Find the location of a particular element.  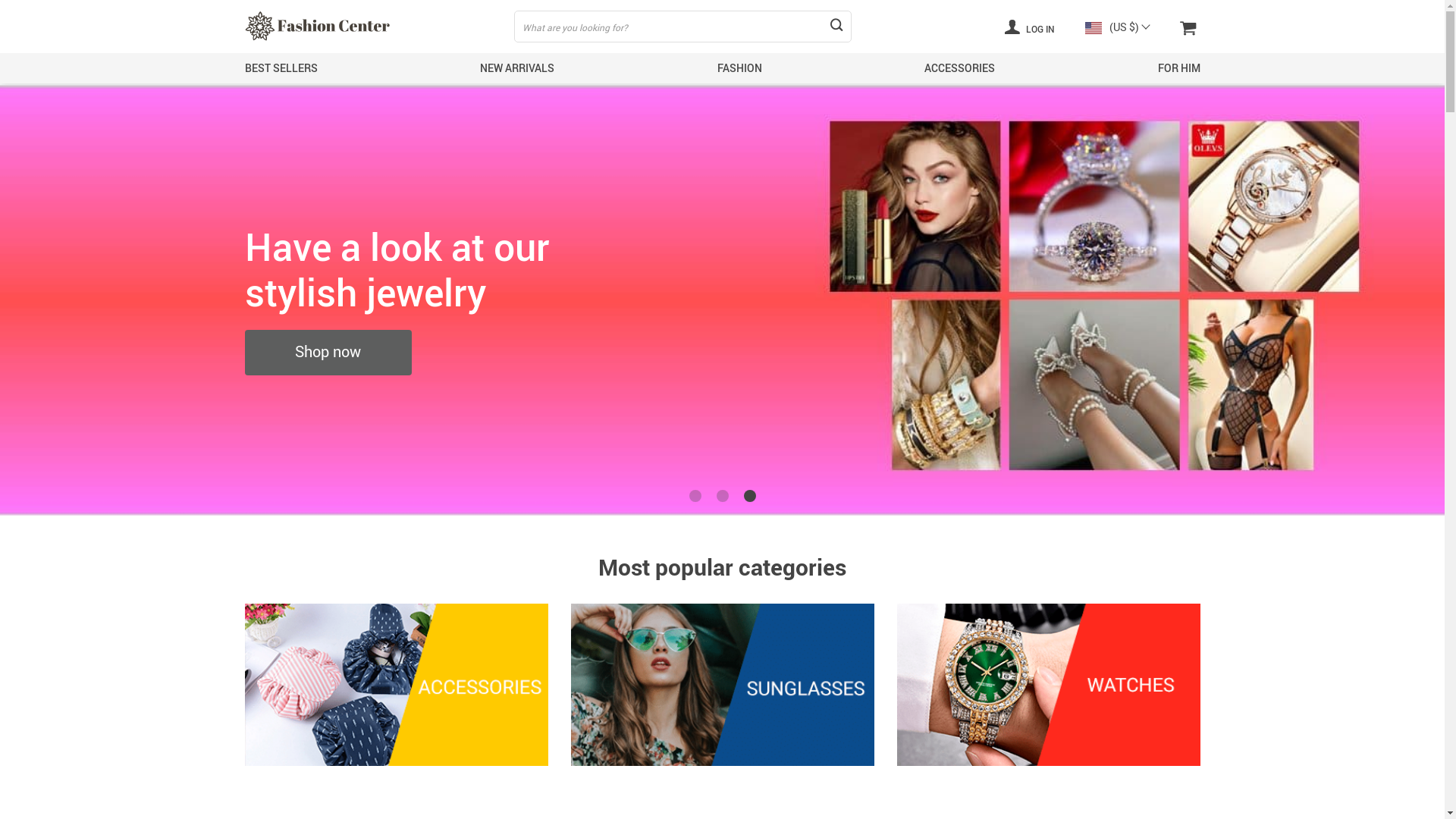

'NEW ARRIVALS' is located at coordinates (516, 67).